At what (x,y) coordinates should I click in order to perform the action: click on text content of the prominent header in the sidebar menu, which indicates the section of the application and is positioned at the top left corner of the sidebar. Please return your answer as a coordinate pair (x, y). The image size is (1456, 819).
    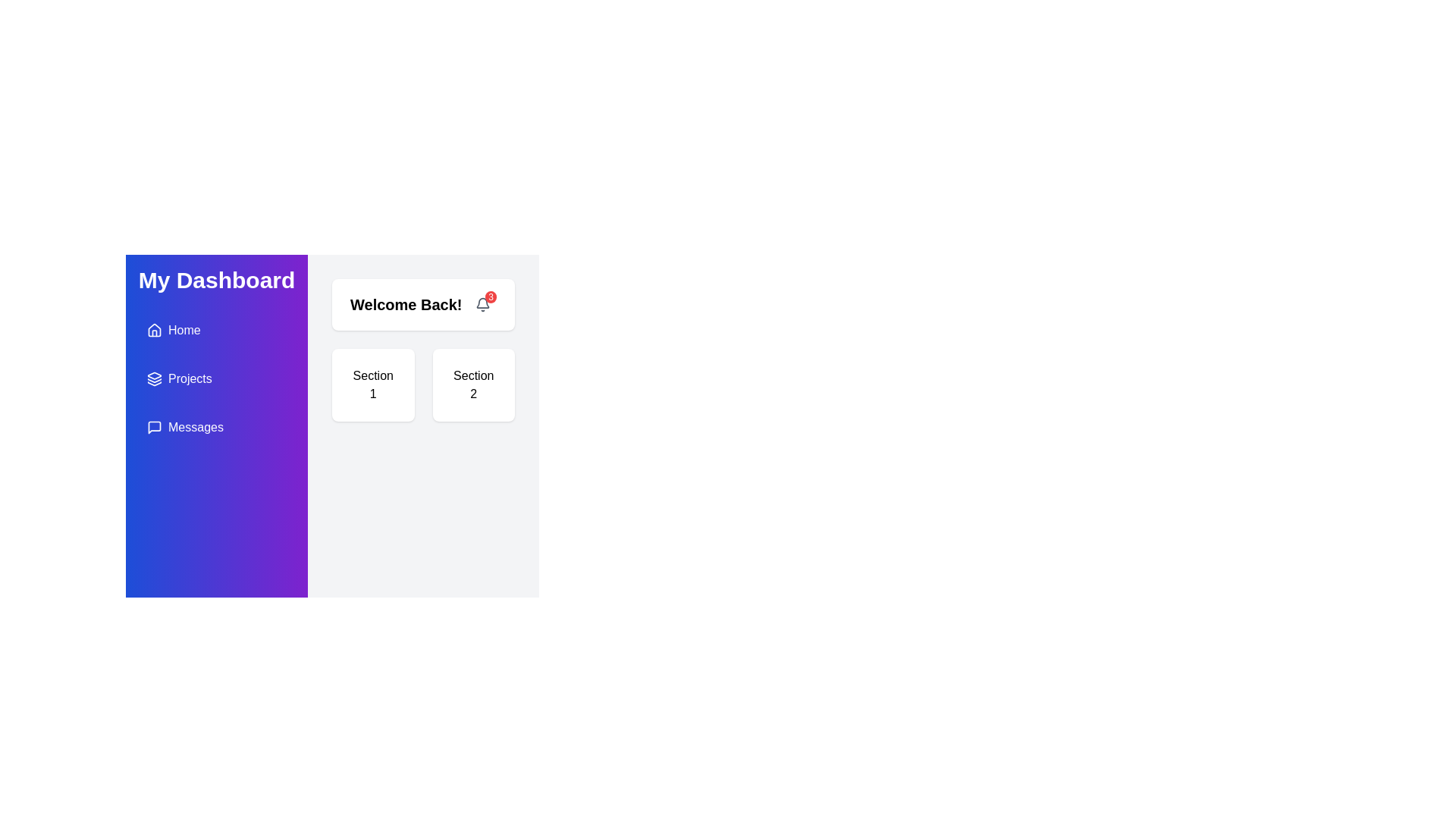
    Looking at the image, I should click on (216, 281).